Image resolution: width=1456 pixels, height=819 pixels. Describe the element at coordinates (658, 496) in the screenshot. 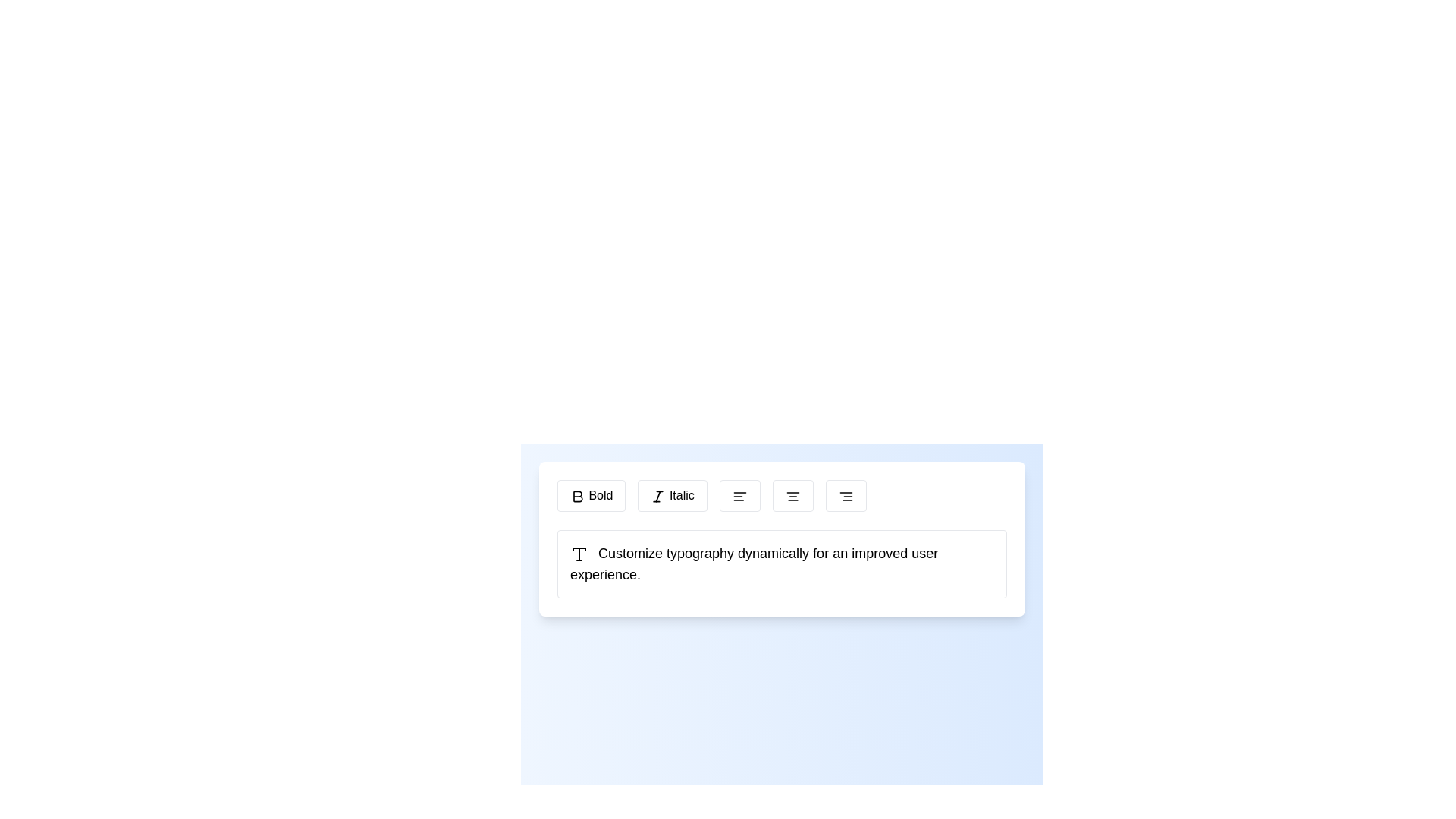

I see `the diagonal line within the 'Italic' button in the toolbar, which is the second button from the left in the formatting controls` at that location.